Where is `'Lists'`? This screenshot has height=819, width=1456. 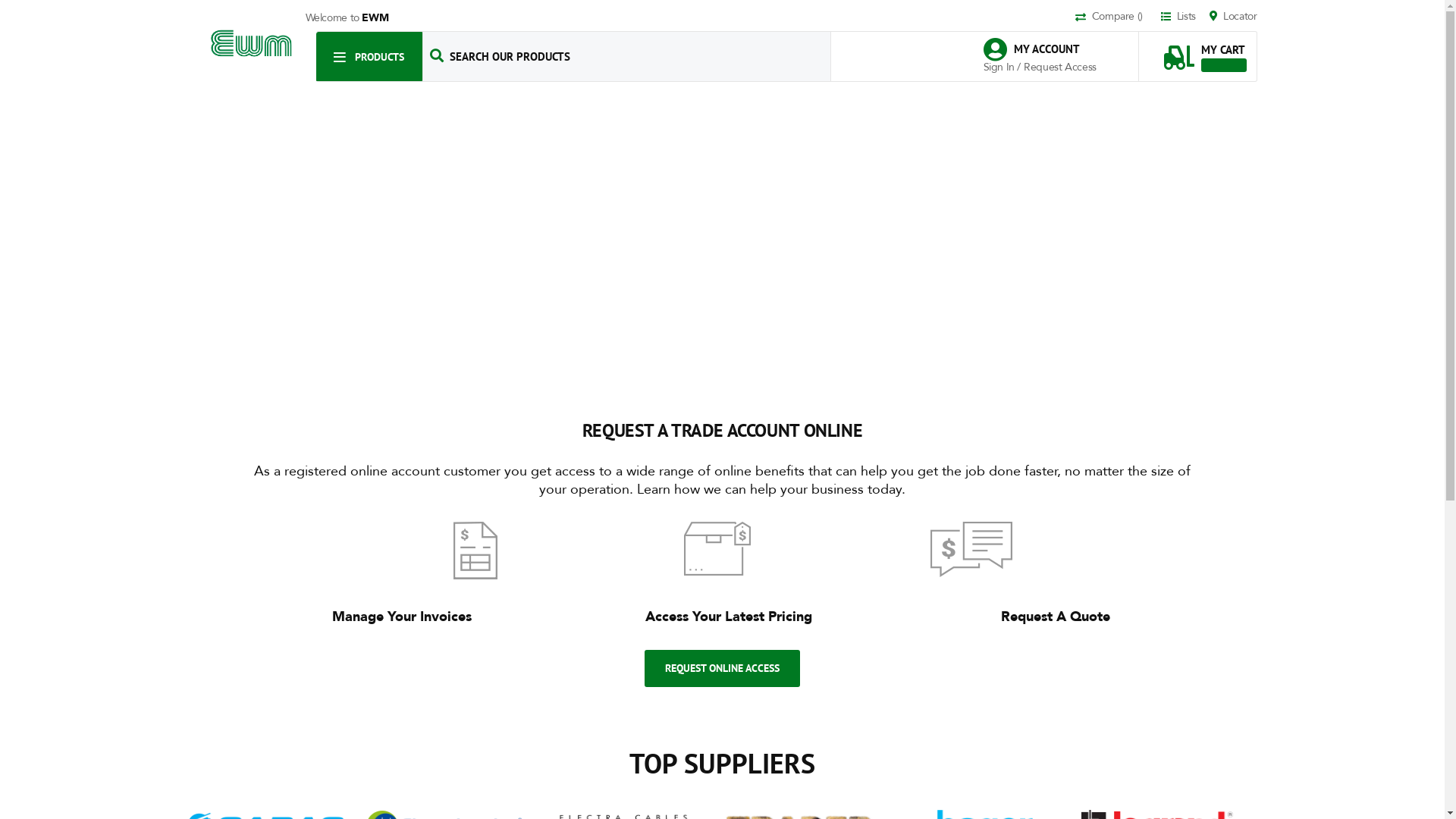 'Lists' is located at coordinates (1160, 17).